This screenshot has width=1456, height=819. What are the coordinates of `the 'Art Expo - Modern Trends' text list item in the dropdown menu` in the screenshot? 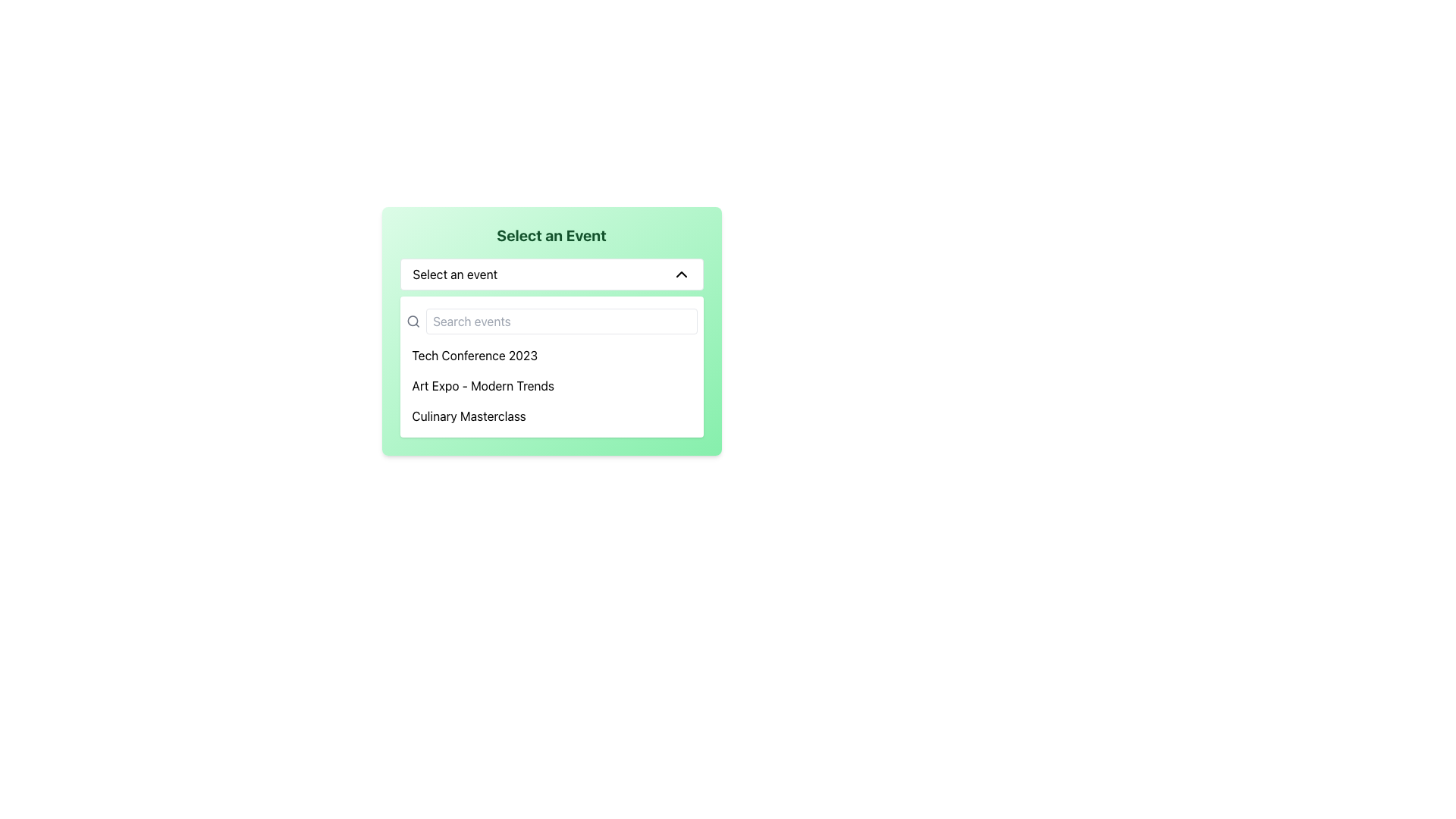 It's located at (551, 385).